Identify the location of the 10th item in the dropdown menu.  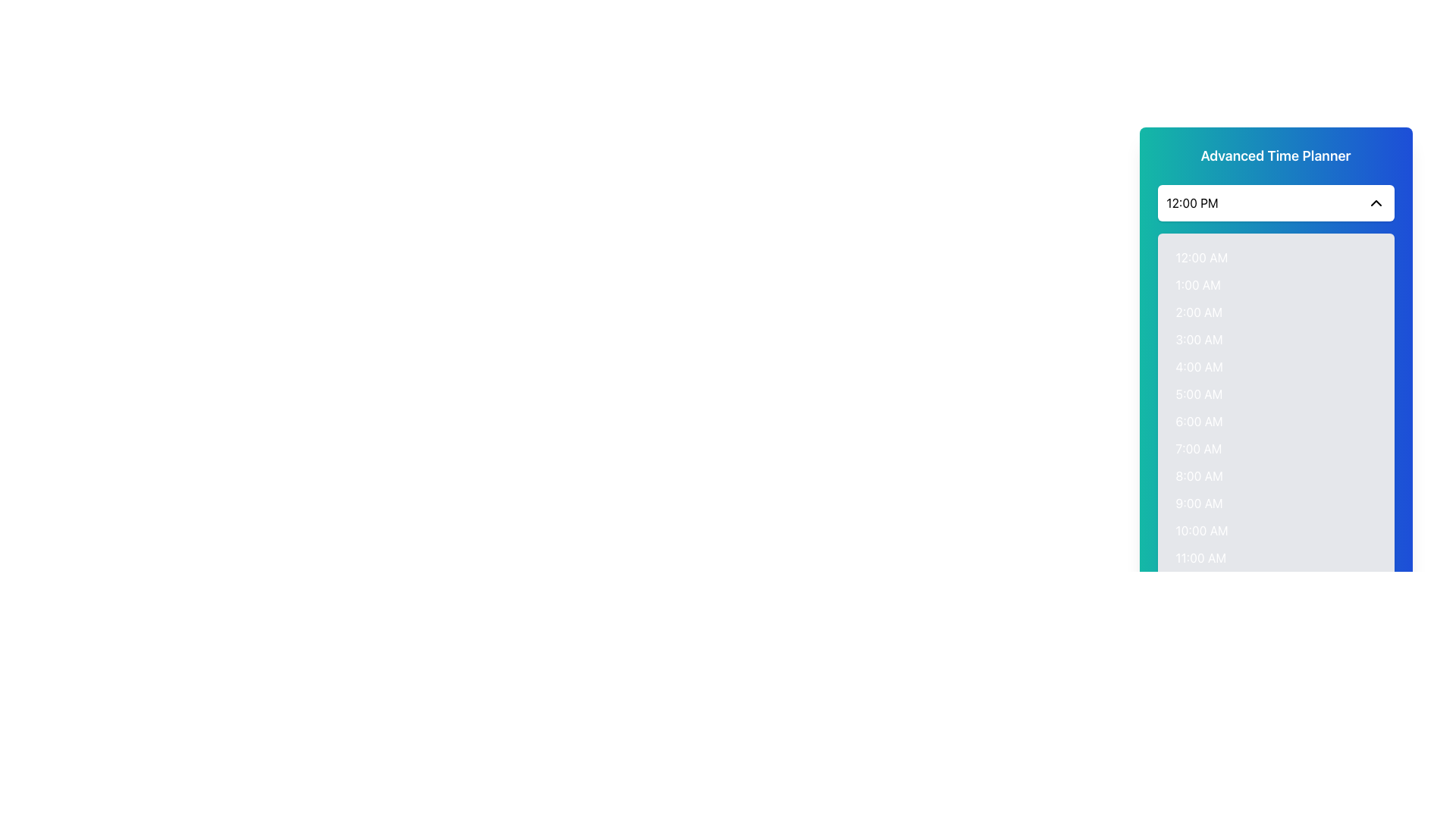
(1275, 503).